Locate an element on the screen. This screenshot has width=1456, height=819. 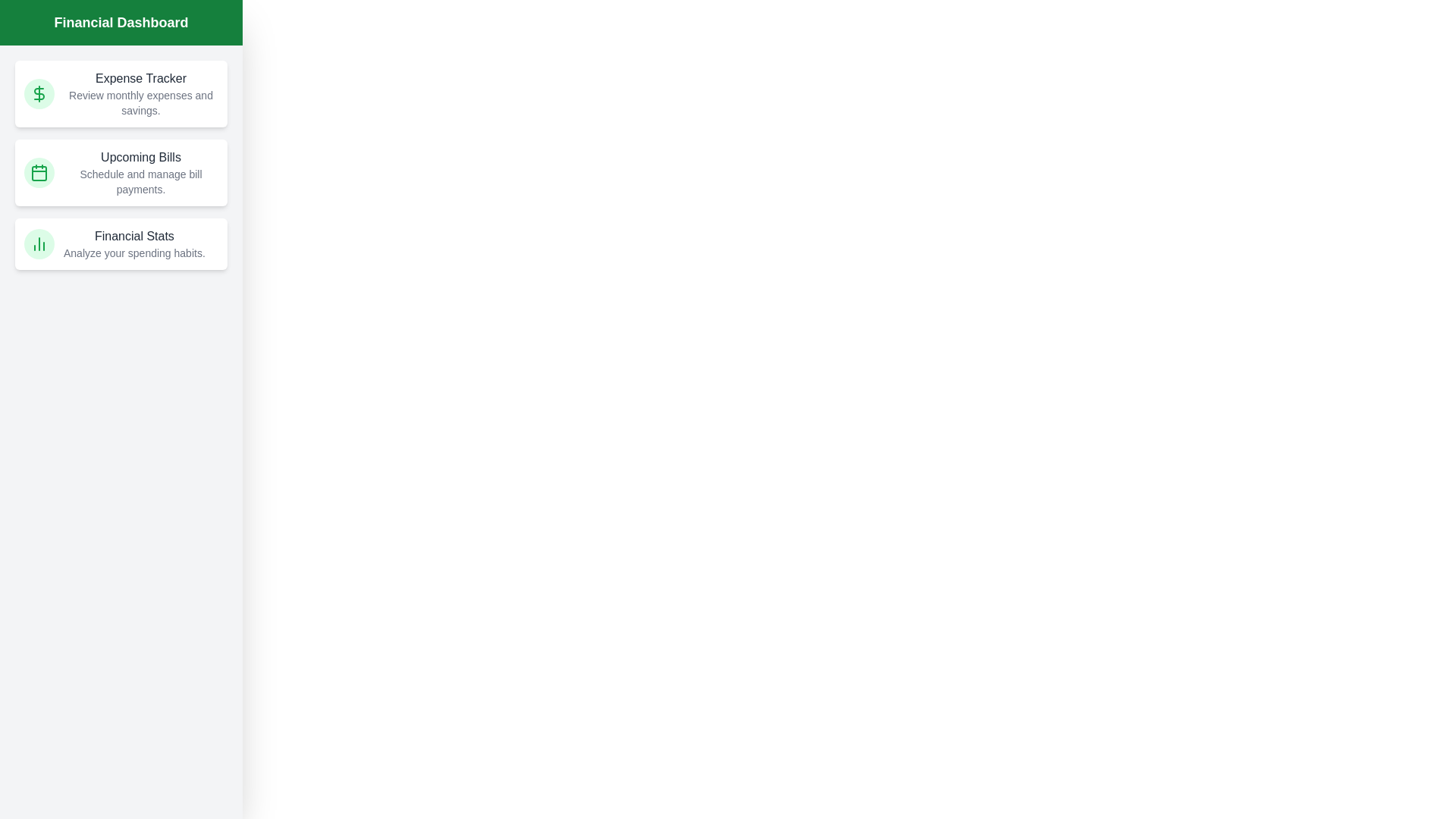
the icon next to the Upcoming Bills item is located at coordinates (39, 171).